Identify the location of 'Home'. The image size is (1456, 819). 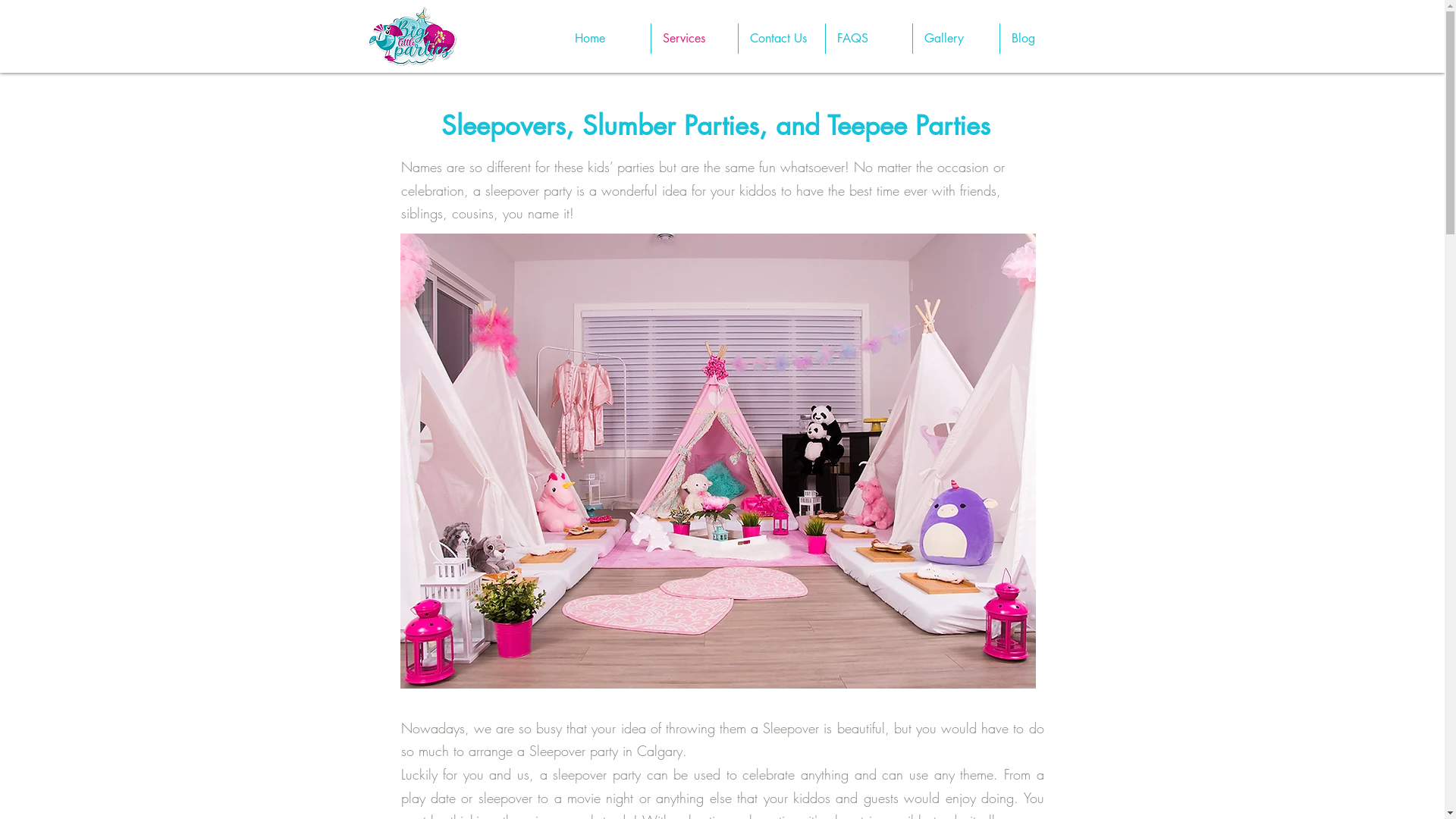
(562, 37).